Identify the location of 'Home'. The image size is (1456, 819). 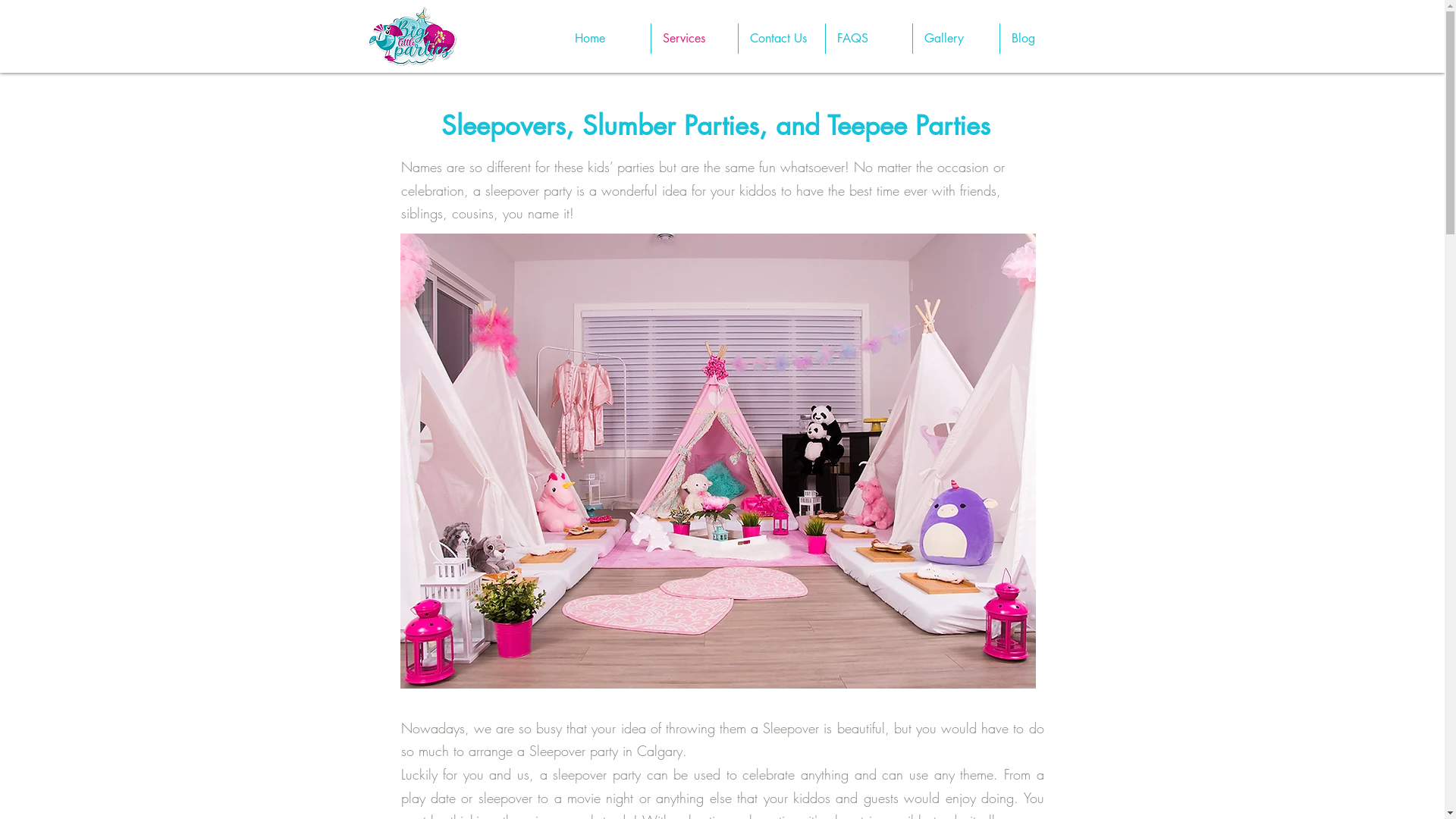
(562, 37).